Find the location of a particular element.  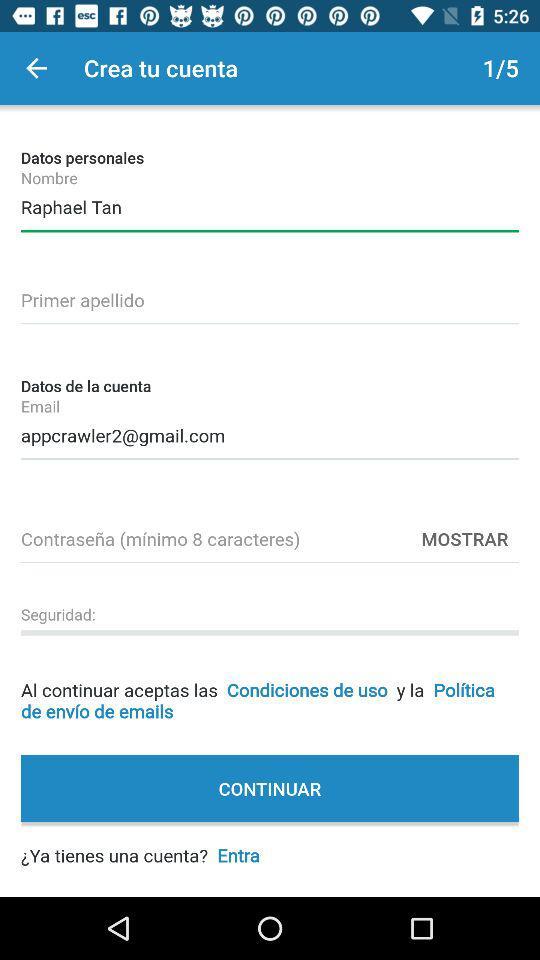

item next to the crea tu cuenta is located at coordinates (36, 68).